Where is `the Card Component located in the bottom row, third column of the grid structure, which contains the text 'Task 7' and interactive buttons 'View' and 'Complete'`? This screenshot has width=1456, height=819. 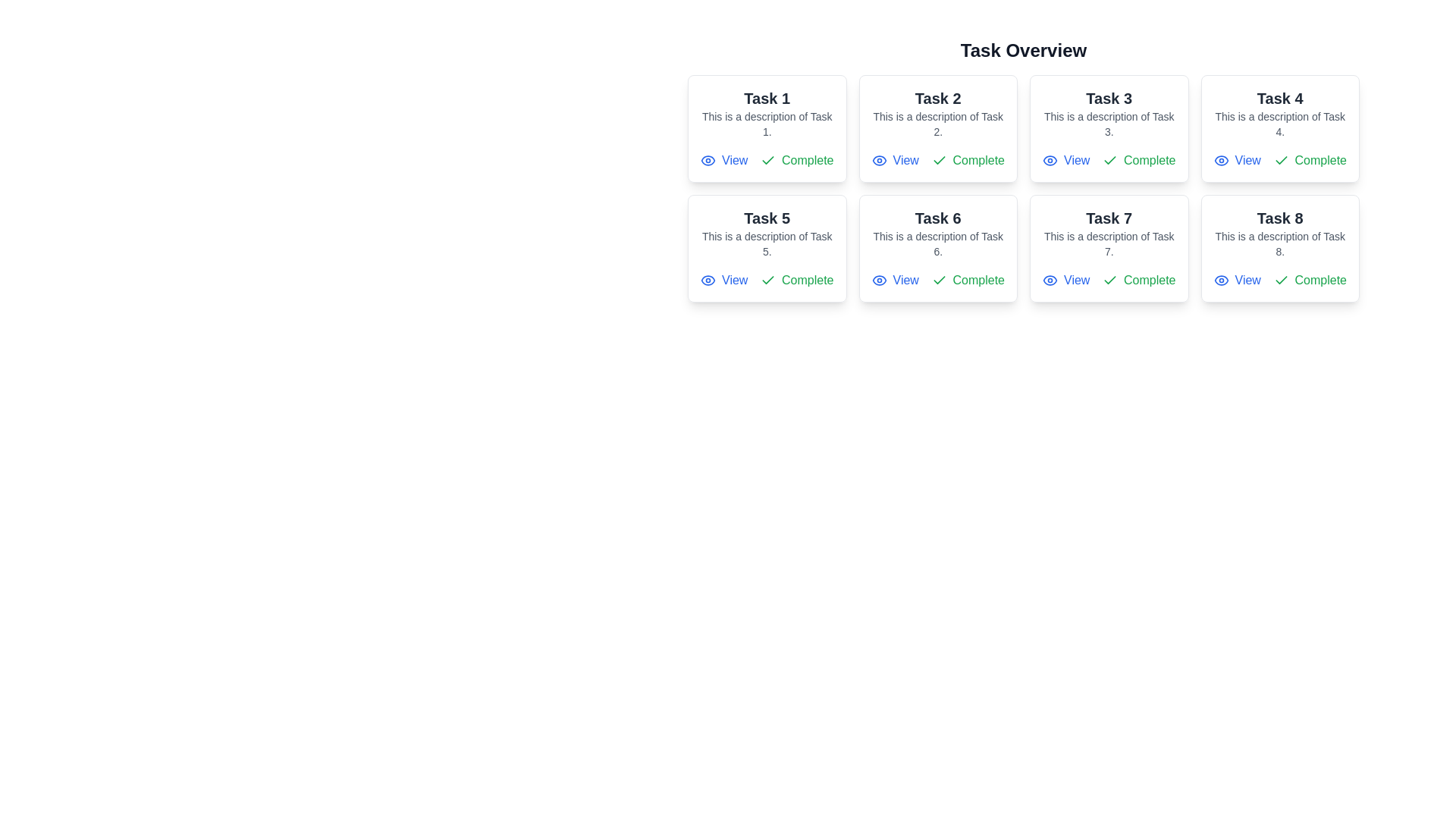
the Card Component located in the bottom row, third column of the grid structure, which contains the text 'Task 7' and interactive buttons 'View' and 'Complete' is located at coordinates (1109, 247).